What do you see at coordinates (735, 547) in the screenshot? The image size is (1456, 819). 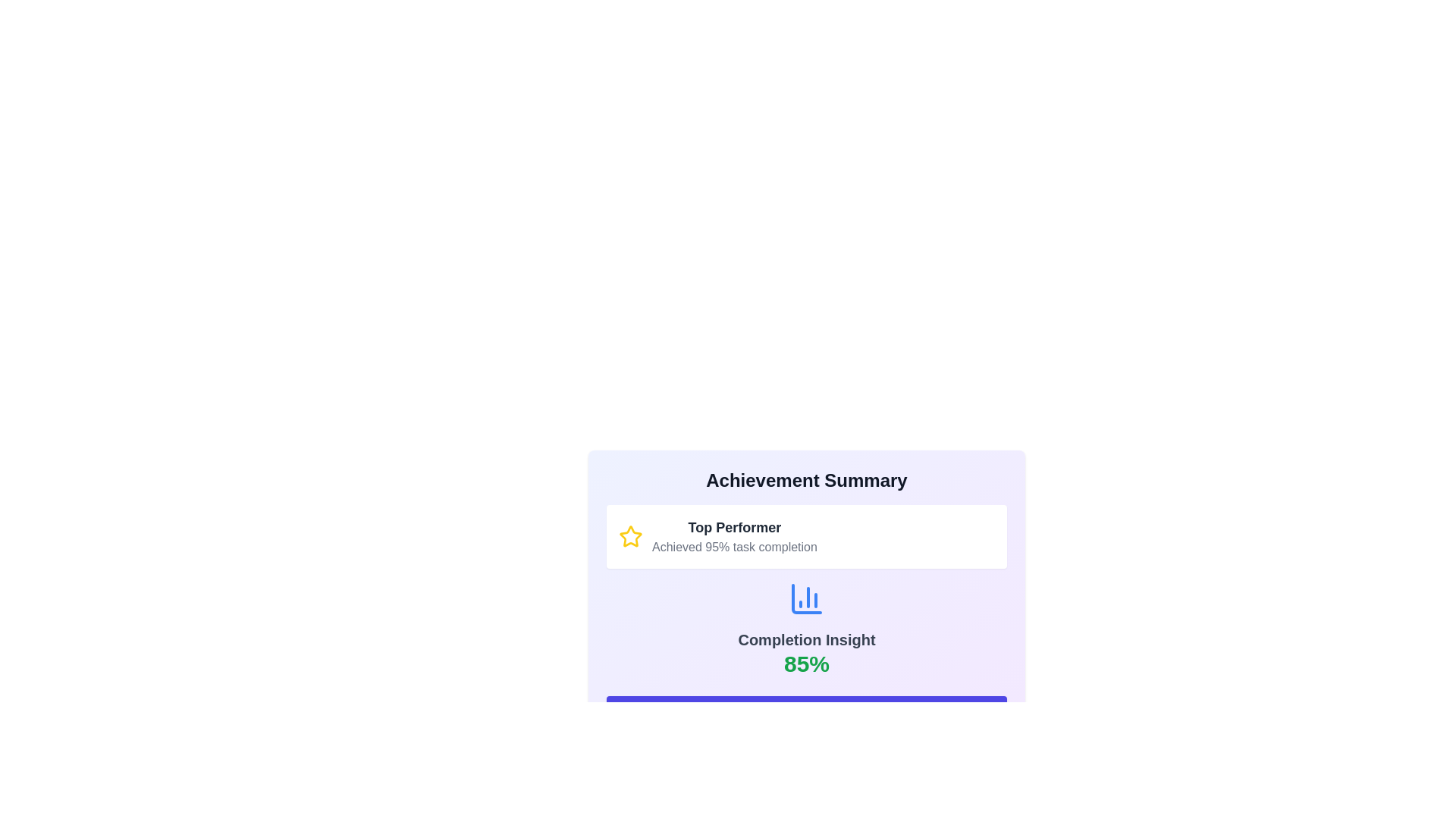 I see `the Text Label that conveys the user's task completion rate, located below the 'Top Performer' text in the 'Achievement Summary' card` at bounding box center [735, 547].